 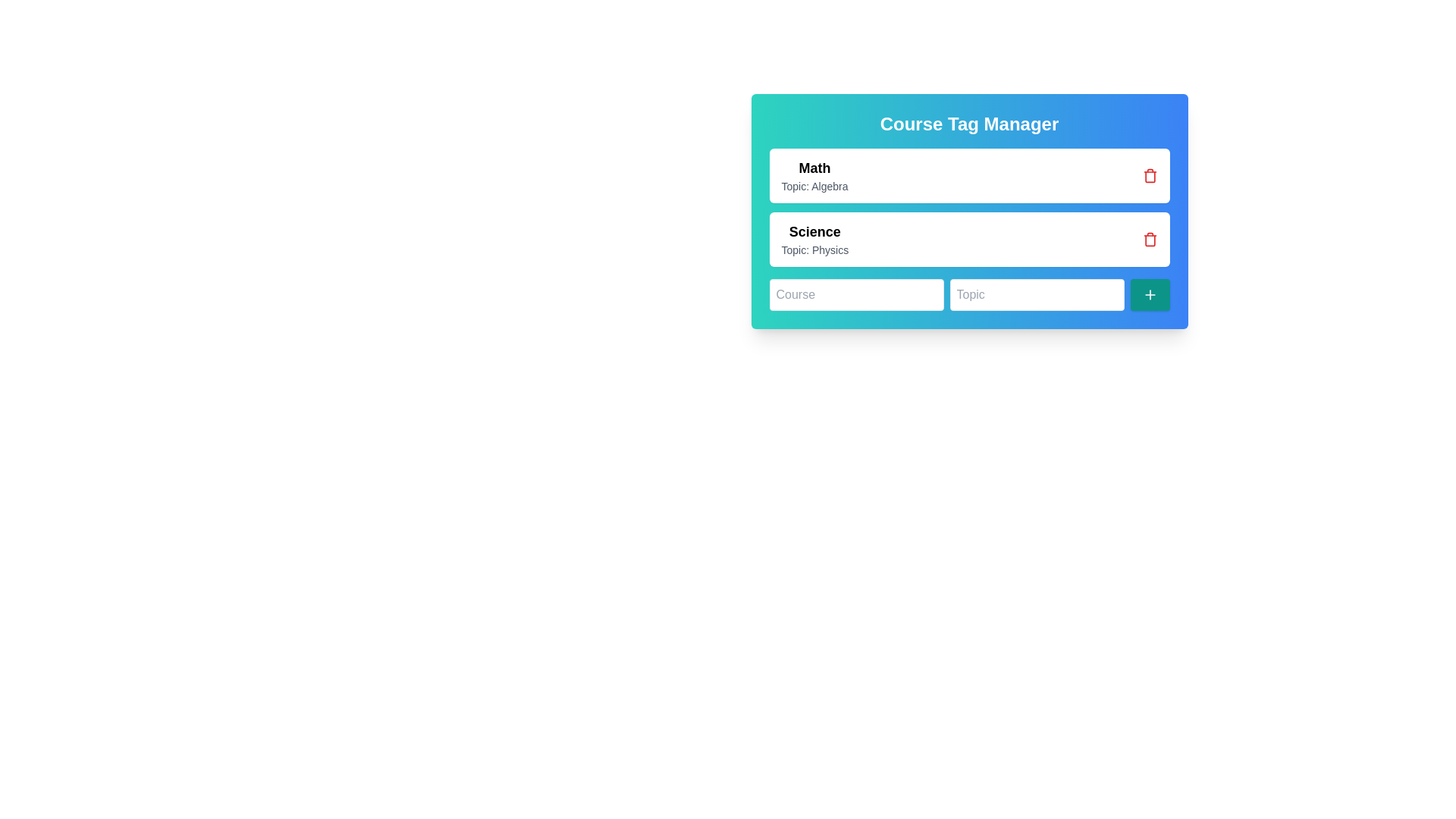 What do you see at coordinates (814, 168) in the screenshot?
I see `the text label displaying the course category 'Math' located at the top-left inside the 'Course Tag Manager' card, directly above the text 'Topic: Algebra'` at bounding box center [814, 168].